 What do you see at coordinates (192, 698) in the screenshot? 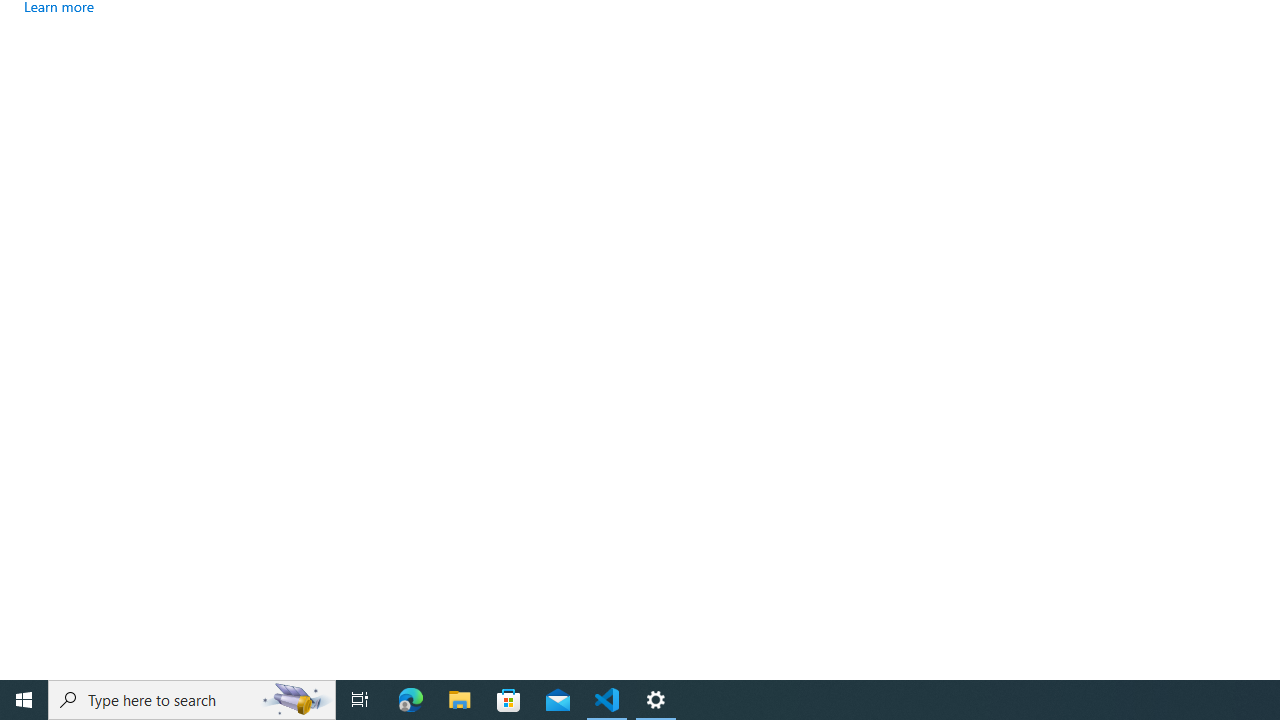
I see `'Type here to search'` at bounding box center [192, 698].